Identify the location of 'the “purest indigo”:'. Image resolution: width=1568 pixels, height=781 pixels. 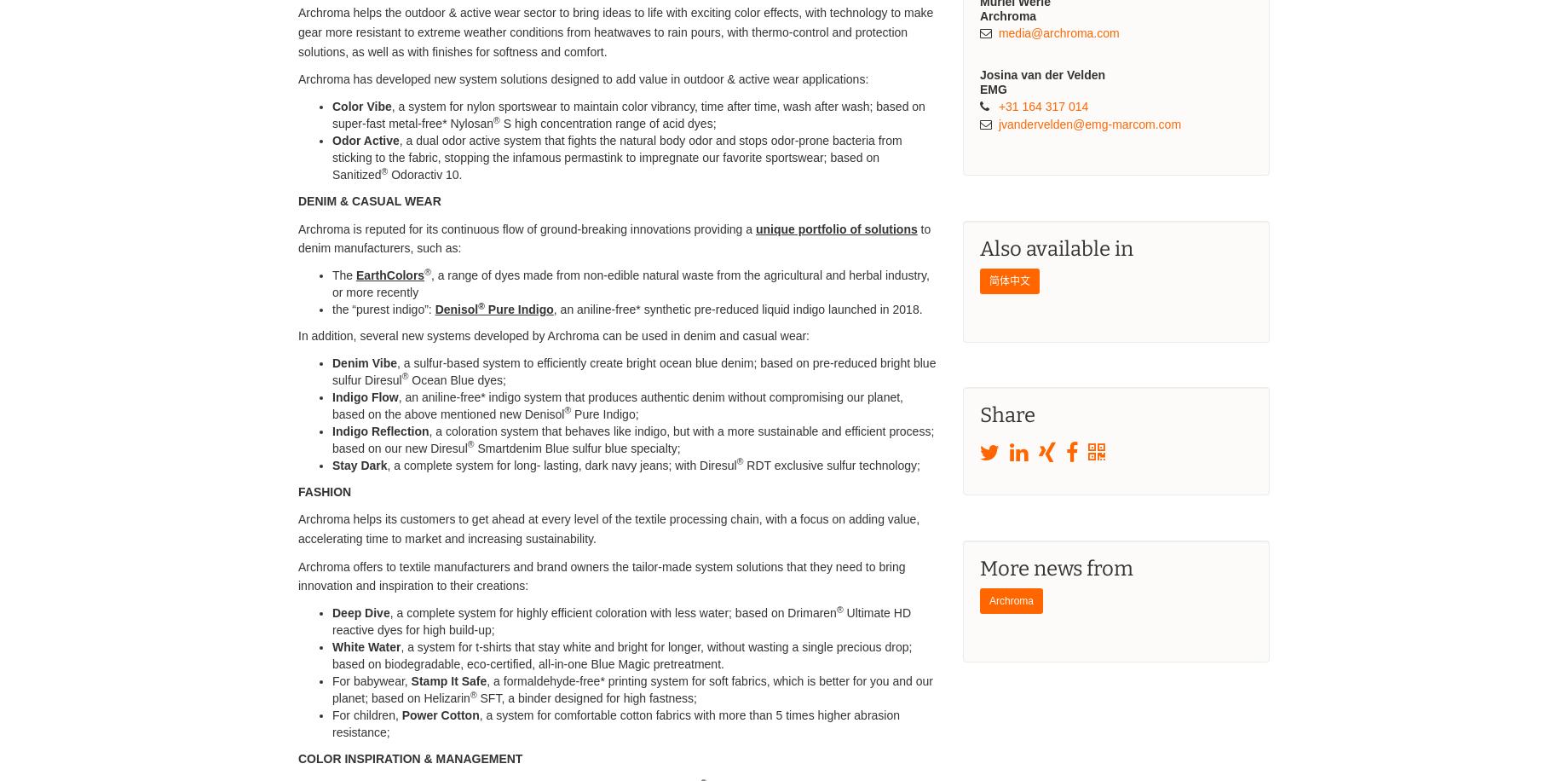
(383, 309).